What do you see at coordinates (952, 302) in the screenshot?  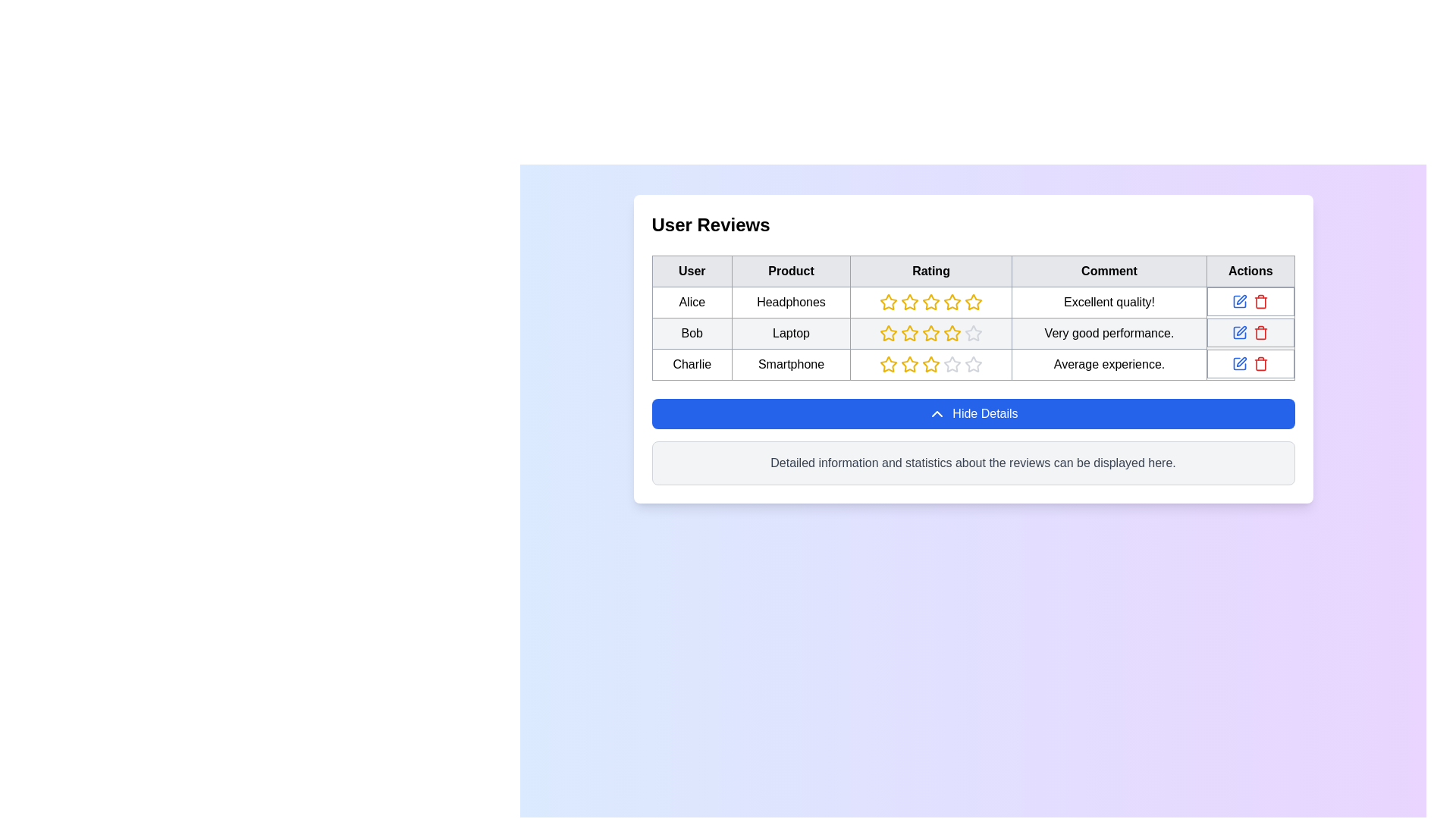 I see `the fifth star-shaped icon in the 'Rating' column of the 'User Reviews' table, which represents the rating of the 'Headphones' product reviewed by 'Alice'` at bounding box center [952, 302].